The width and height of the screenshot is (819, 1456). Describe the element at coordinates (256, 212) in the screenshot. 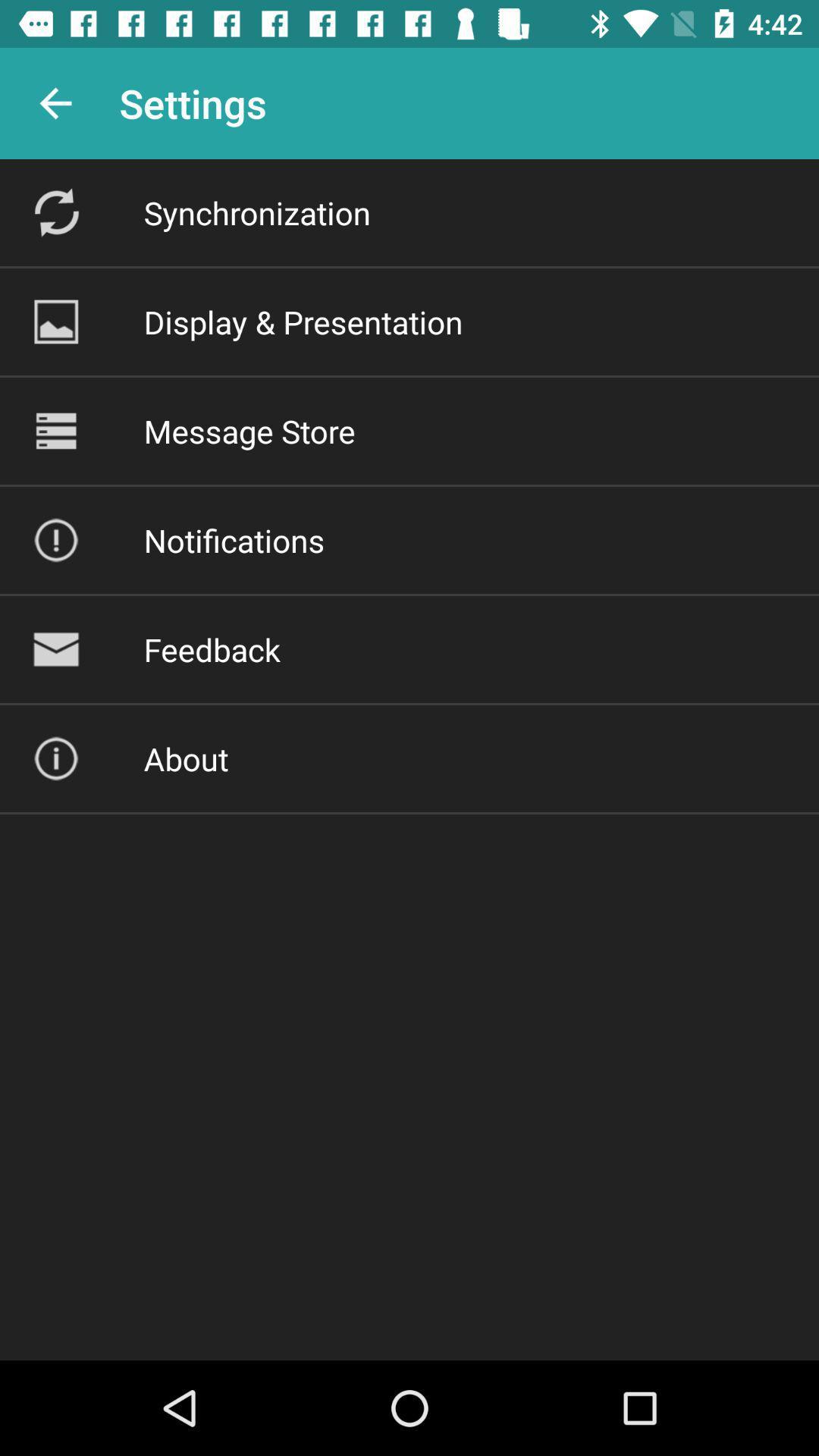

I see `the item above display & presentation item` at that location.